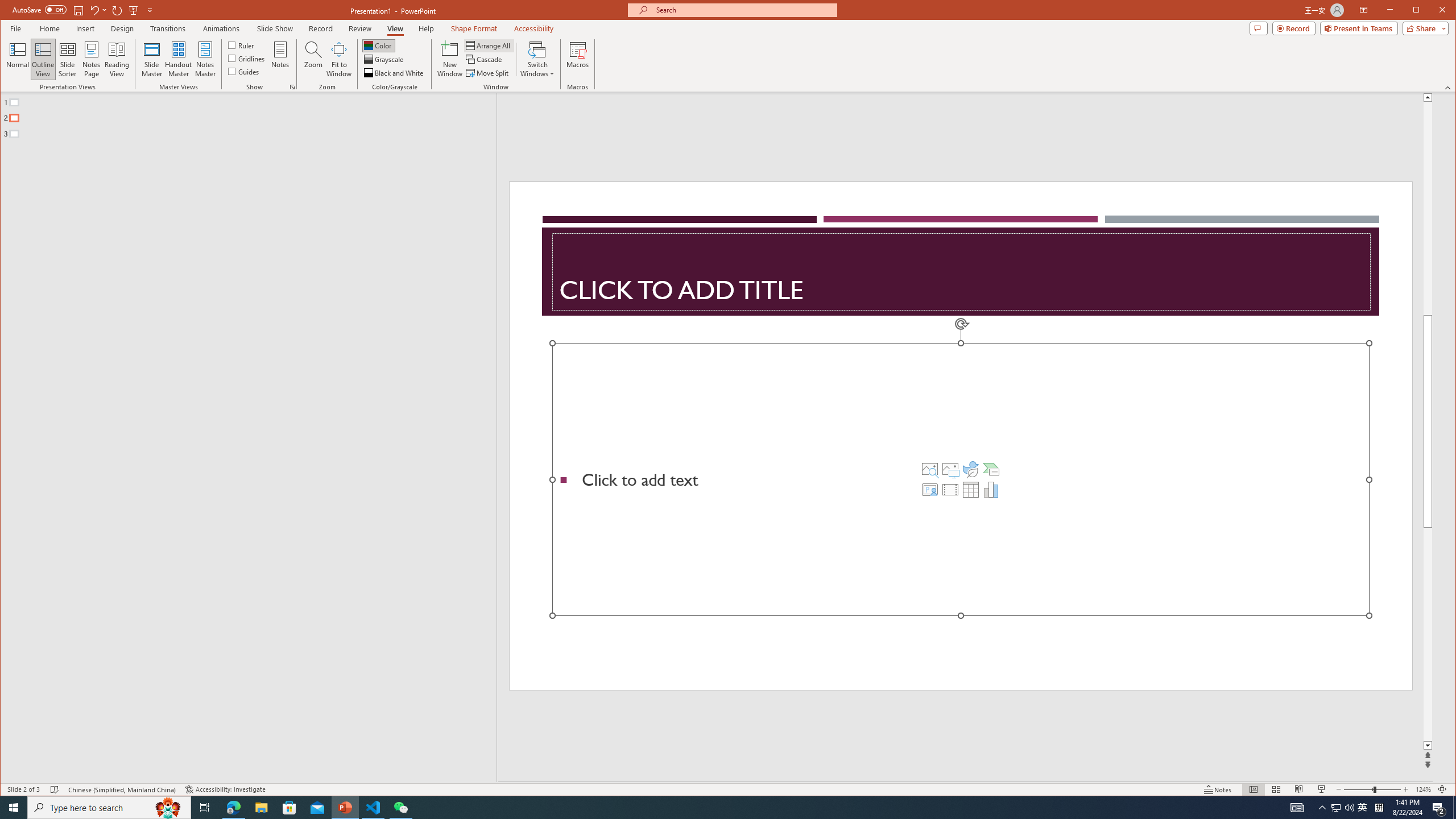 The image size is (1456, 819). Describe the element at coordinates (233, 806) in the screenshot. I see `'Microsoft Edge - 1 running window'` at that location.